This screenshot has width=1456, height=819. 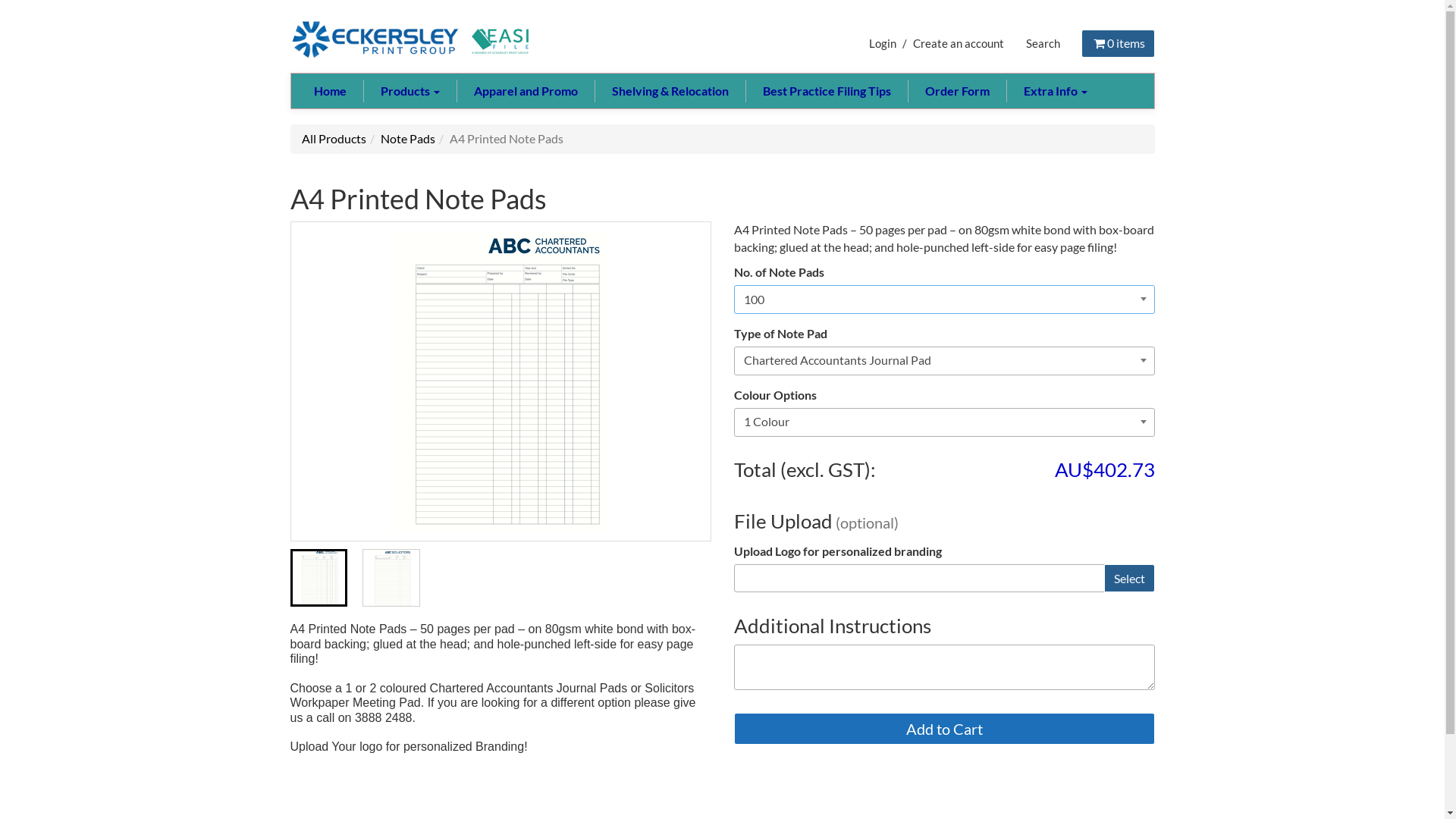 I want to click on 'Login', so click(x=882, y=42).